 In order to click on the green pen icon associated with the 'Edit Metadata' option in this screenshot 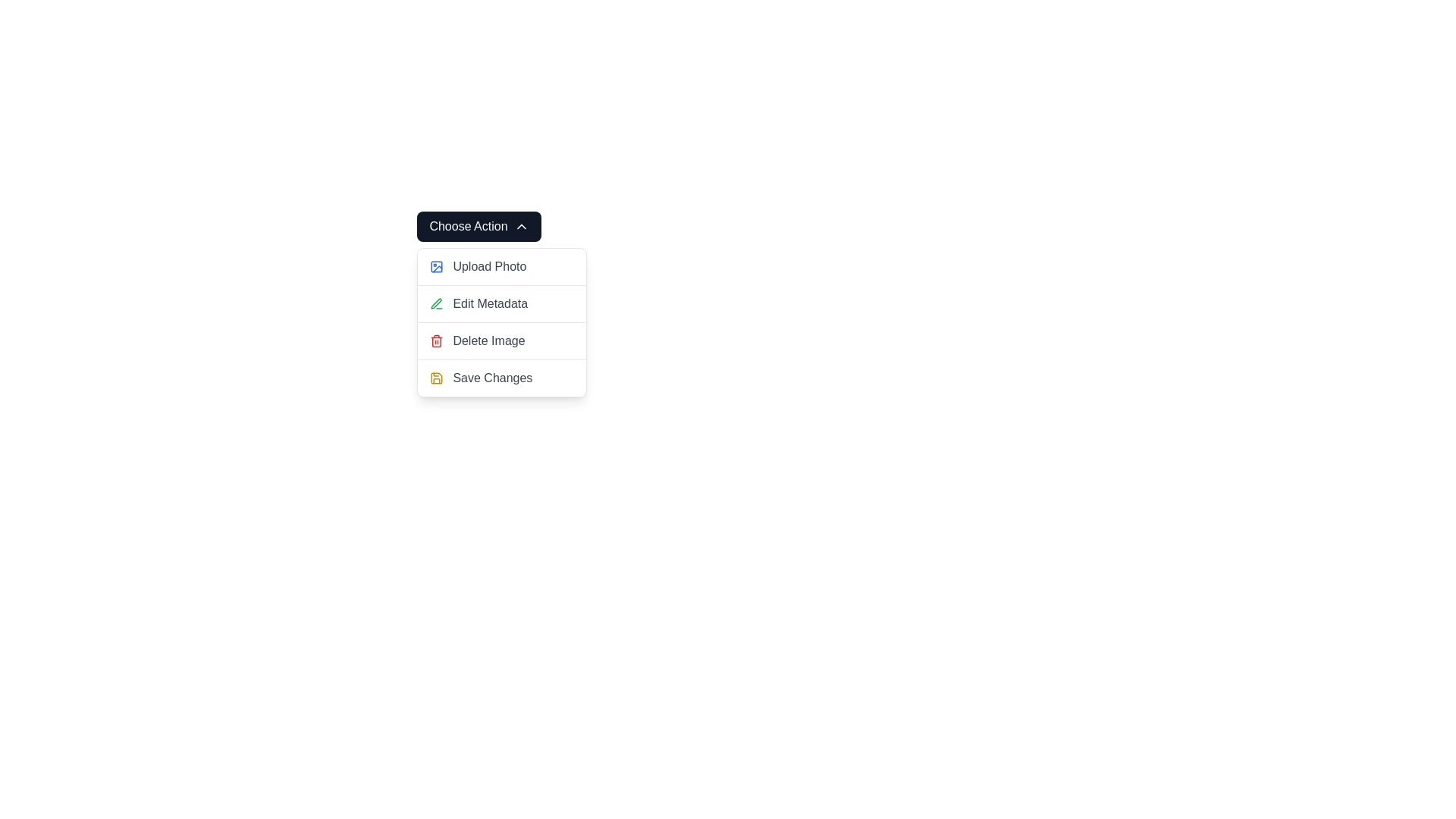, I will do `click(436, 304)`.